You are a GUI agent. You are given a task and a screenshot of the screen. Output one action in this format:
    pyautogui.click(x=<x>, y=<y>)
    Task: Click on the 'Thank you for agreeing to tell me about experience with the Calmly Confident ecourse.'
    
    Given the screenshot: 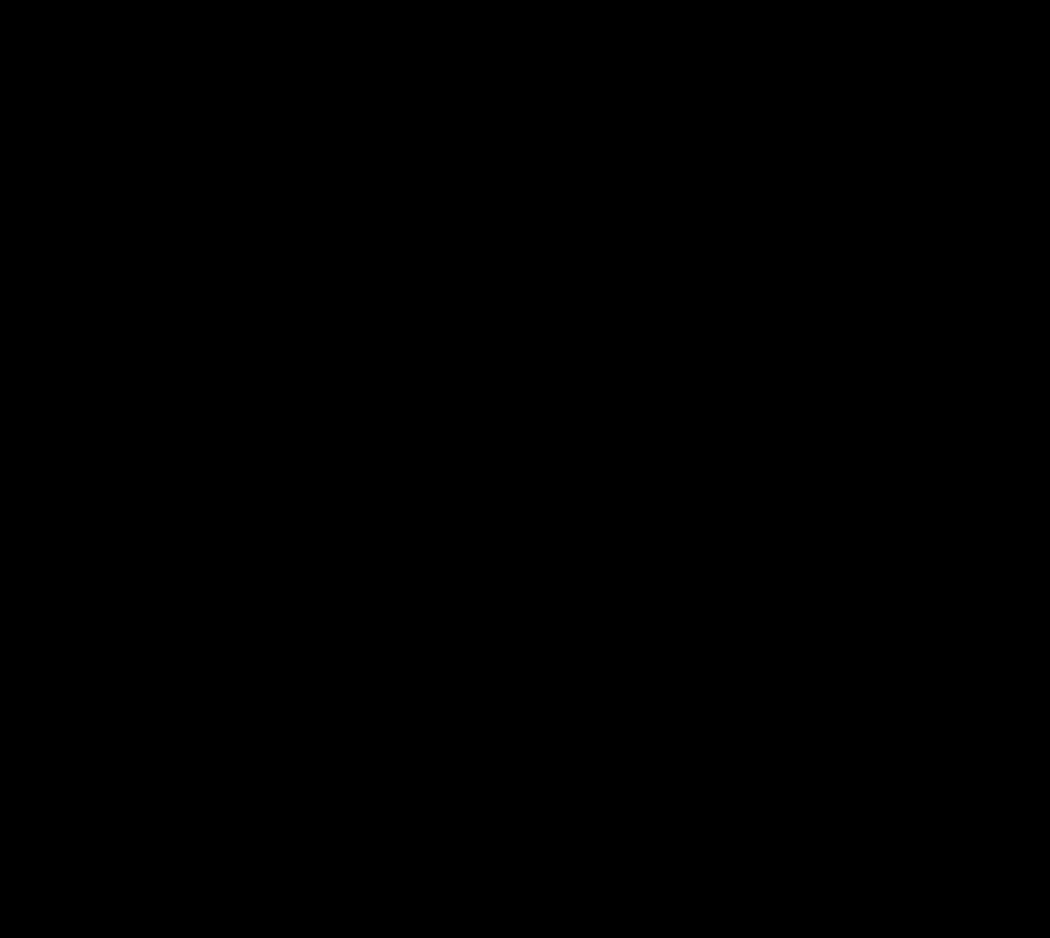 What is the action you would take?
    pyautogui.click(x=507, y=436)
    